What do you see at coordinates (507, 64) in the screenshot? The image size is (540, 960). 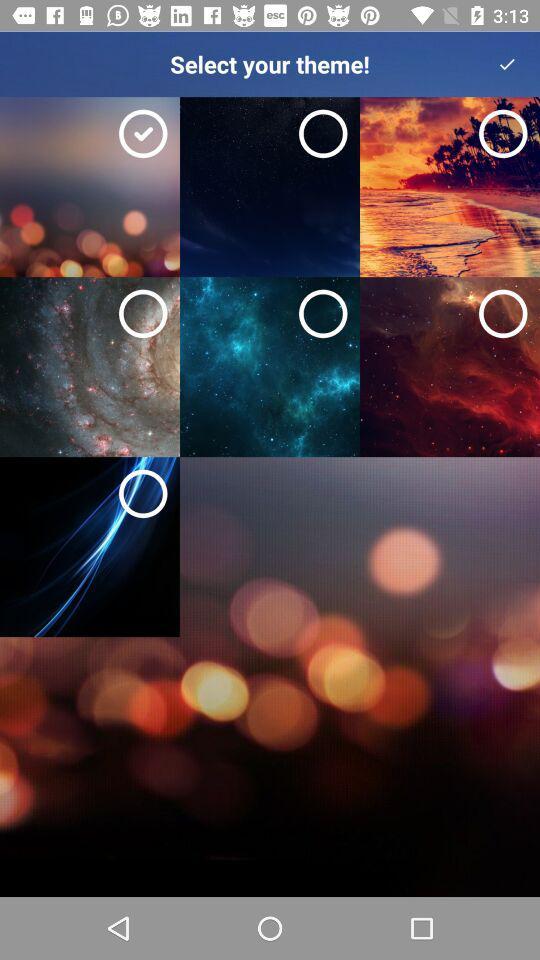 I see `icon next to select your theme! item` at bounding box center [507, 64].